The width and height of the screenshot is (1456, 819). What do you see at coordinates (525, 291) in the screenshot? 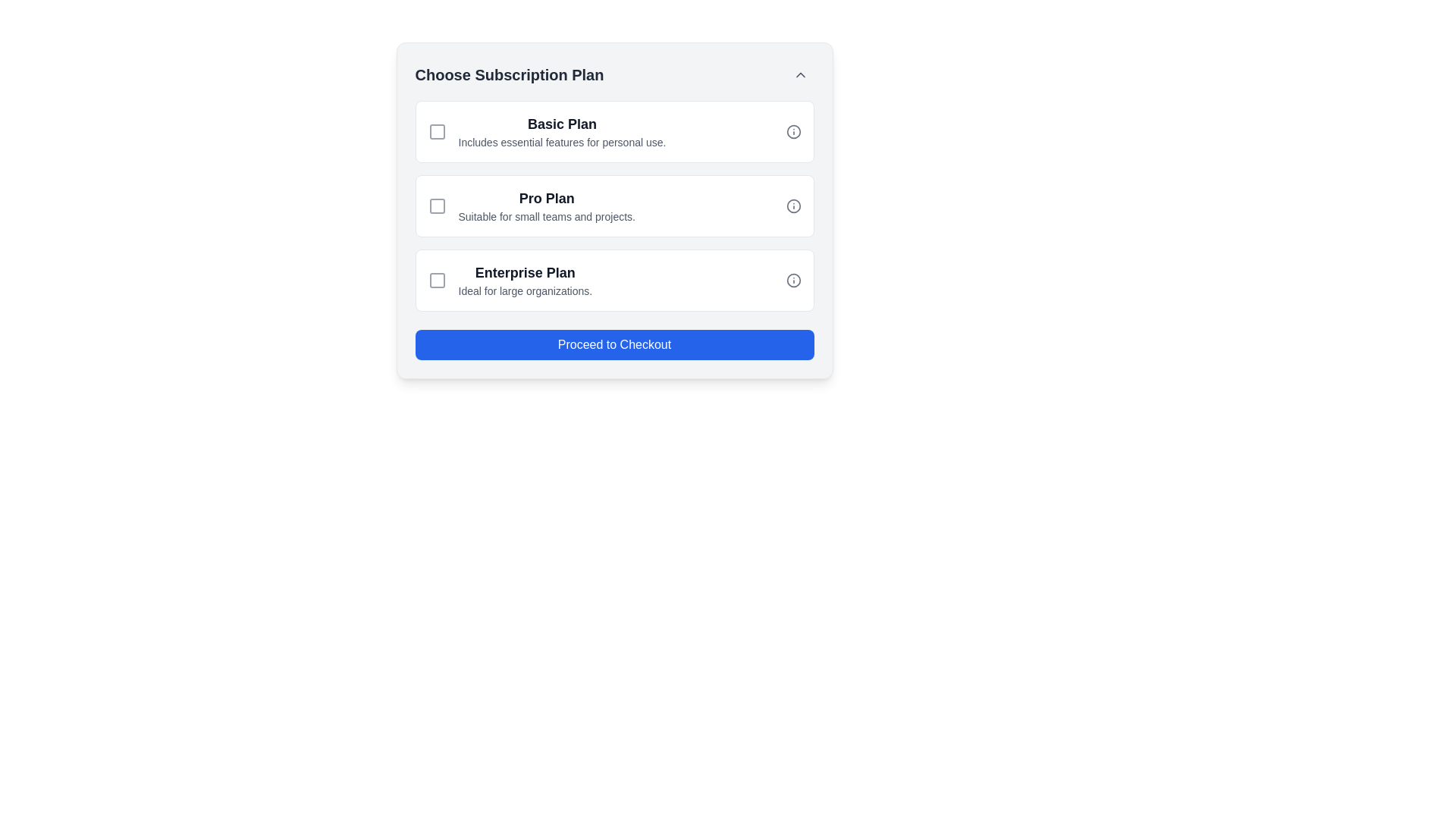
I see `the text label reading 'Ideal for large organizations.', which is located below the 'Enterprise Plan' title in the subscription option block labeled 'Enterprise Plan'` at bounding box center [525, 291].